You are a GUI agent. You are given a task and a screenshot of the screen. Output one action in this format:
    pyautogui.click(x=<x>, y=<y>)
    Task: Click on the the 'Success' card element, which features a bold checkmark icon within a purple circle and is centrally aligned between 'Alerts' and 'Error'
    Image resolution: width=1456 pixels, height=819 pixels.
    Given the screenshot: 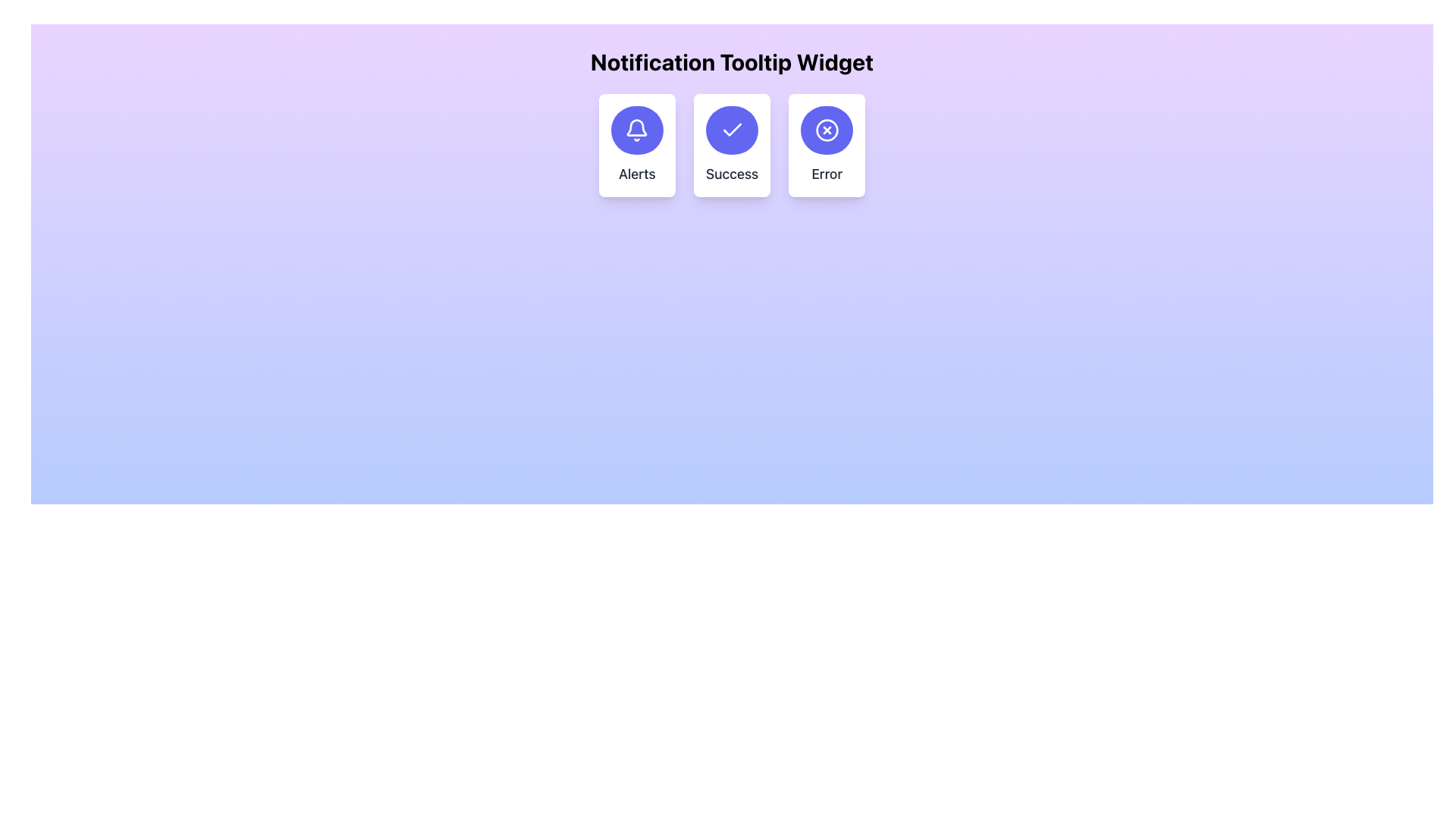 What is the action you would take?
    pyautogui.click(x=732, y=146)
    